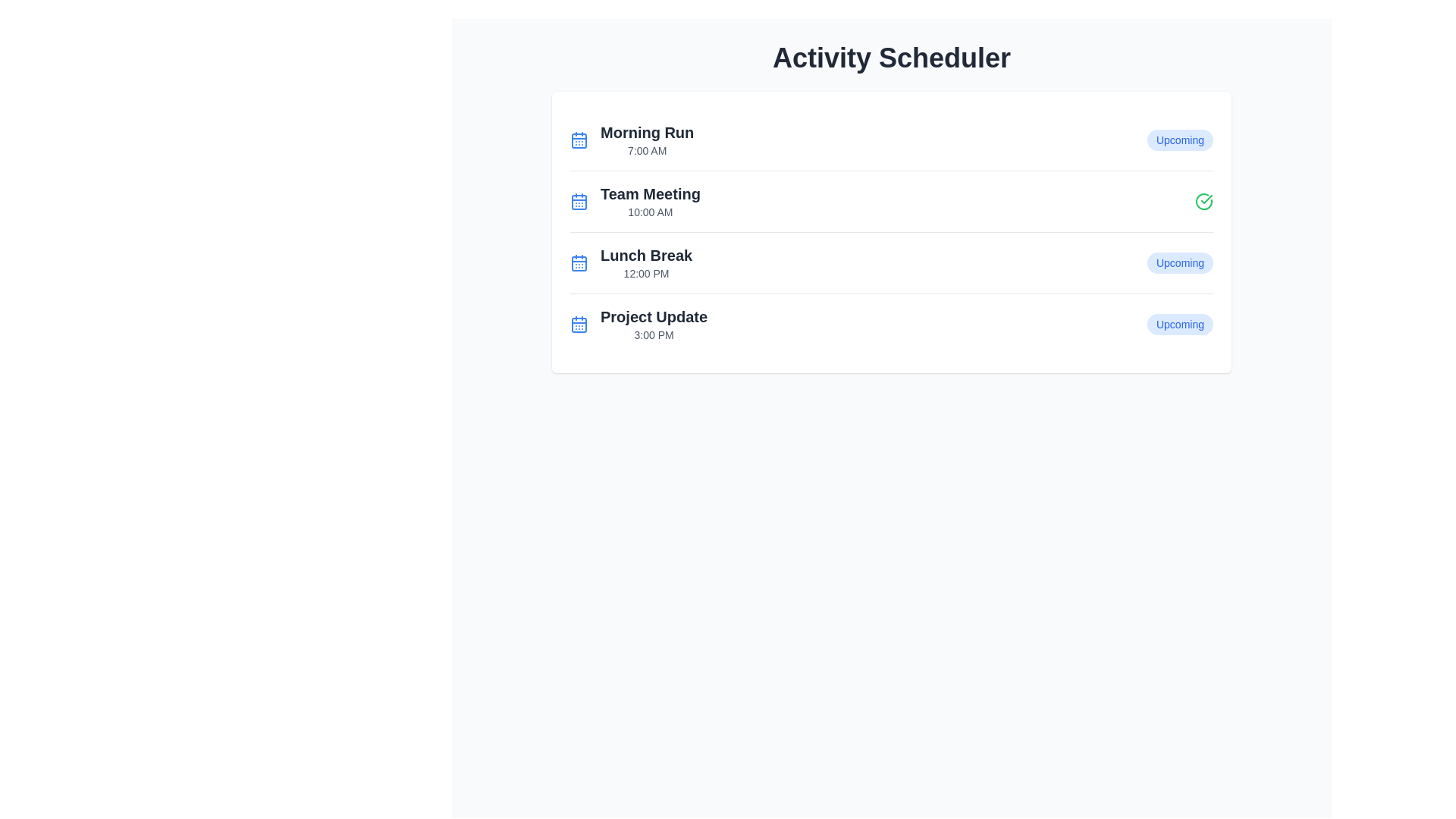 This screenshot has width=1456, height=819. I want to click on the calendar icon with a blue outline located next to the 'Morning Run' text by moving the cursor to its center point, so click(578, 140).